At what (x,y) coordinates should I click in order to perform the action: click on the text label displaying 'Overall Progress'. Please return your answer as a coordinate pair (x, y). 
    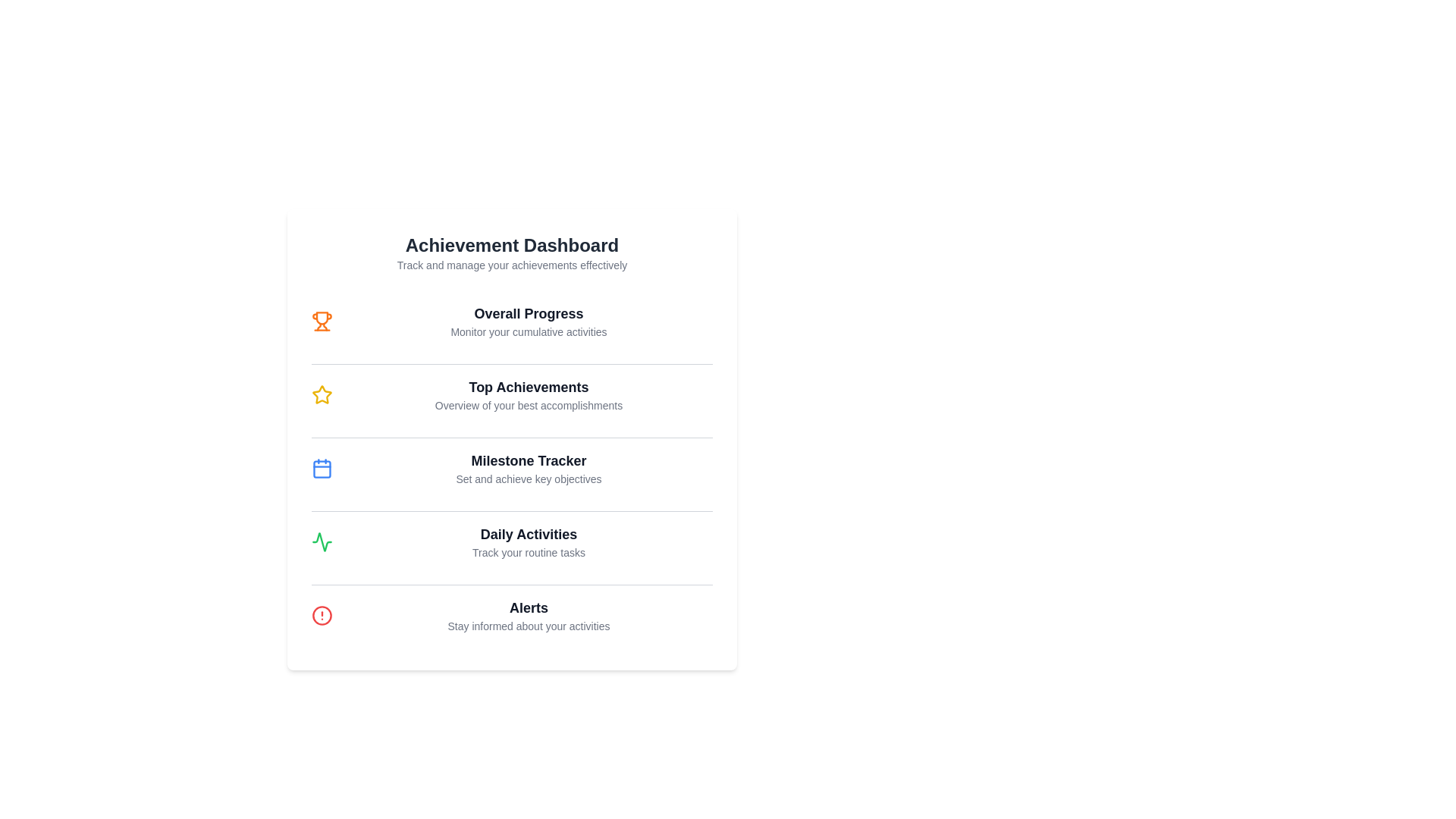
    Looking at the image, I should click on (529, 312).